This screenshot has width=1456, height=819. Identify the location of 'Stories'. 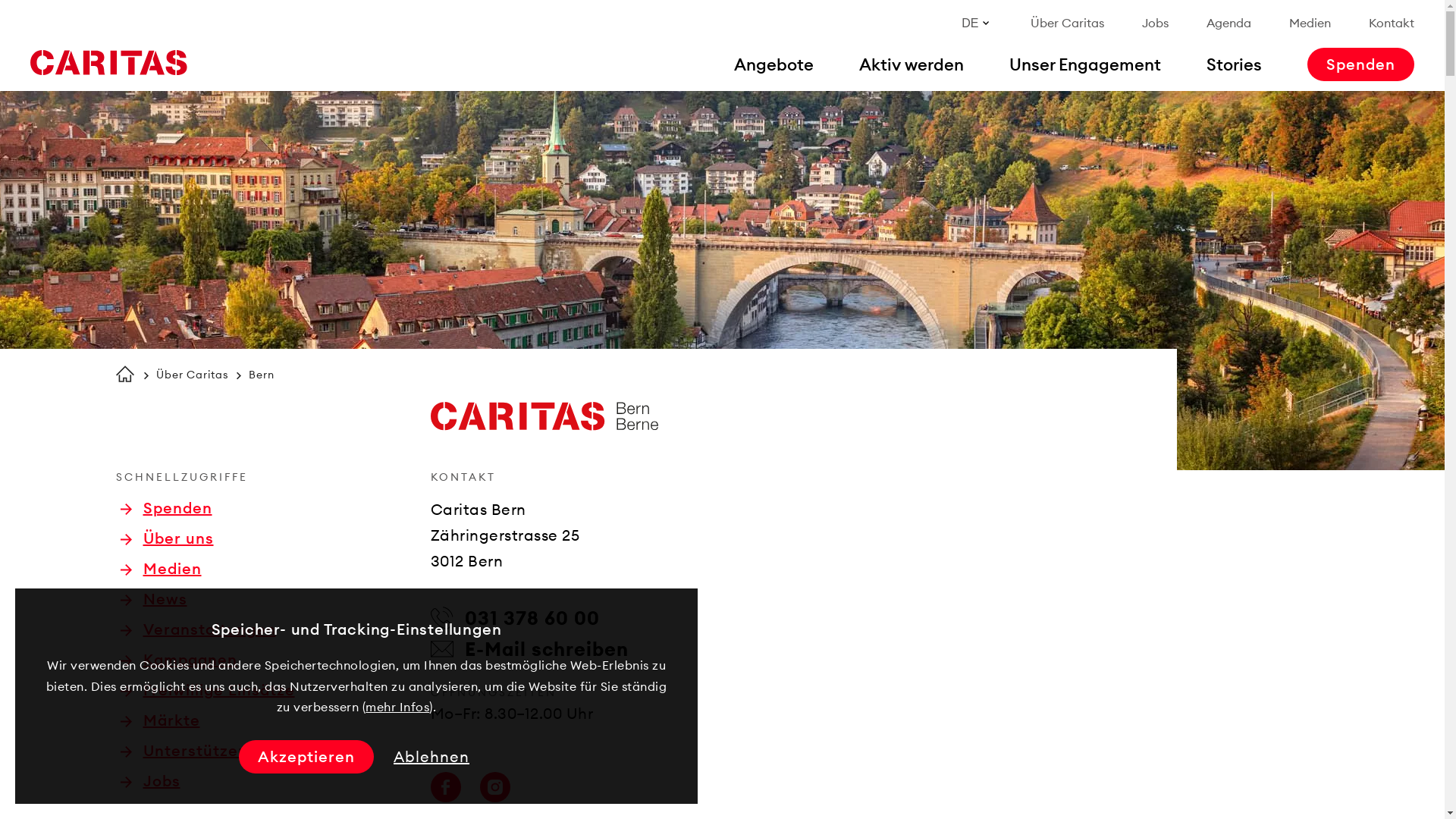
(1234, 63).